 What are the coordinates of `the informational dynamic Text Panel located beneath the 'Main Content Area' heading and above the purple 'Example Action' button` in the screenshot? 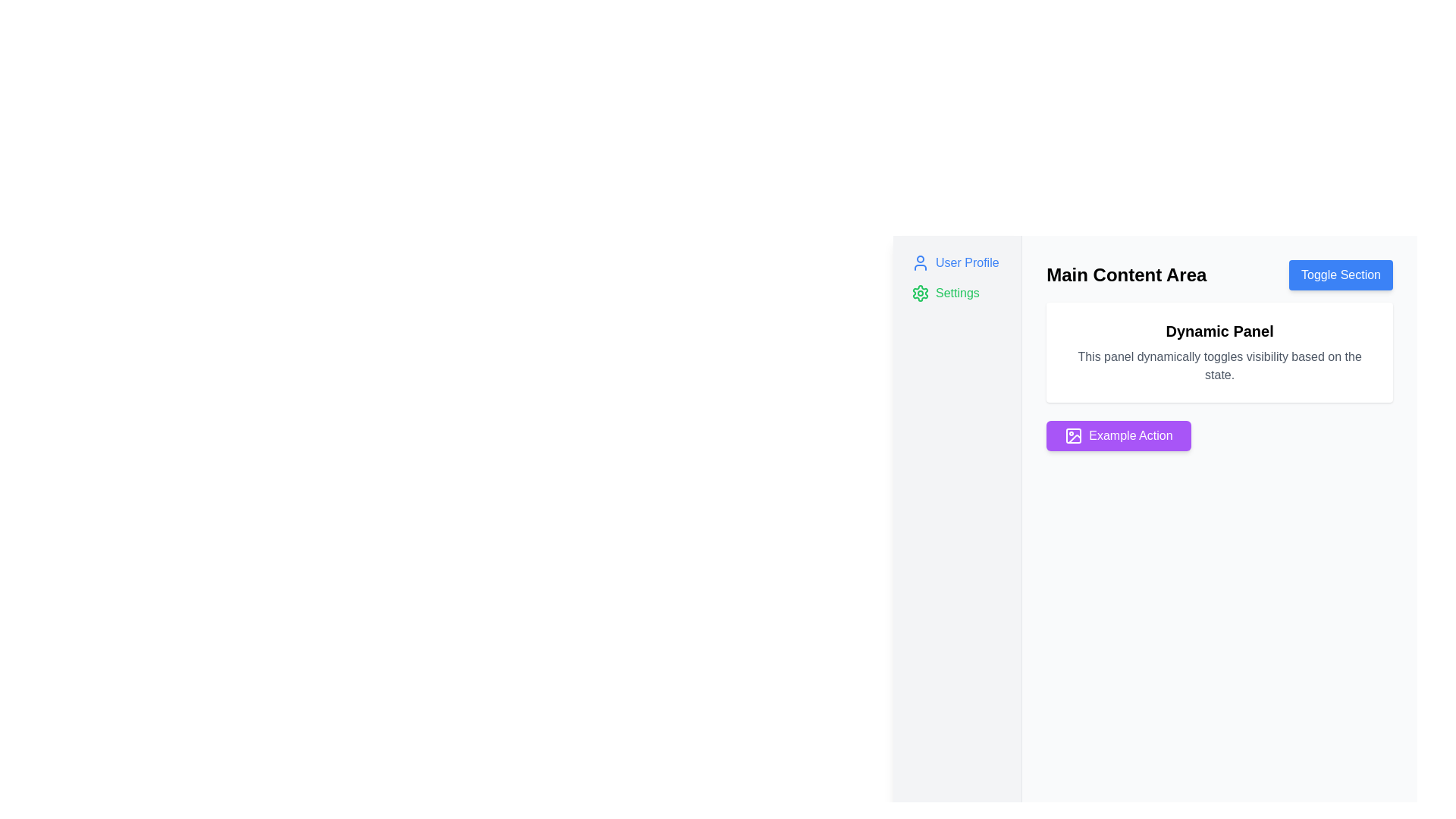 It's located at (1219, 353).